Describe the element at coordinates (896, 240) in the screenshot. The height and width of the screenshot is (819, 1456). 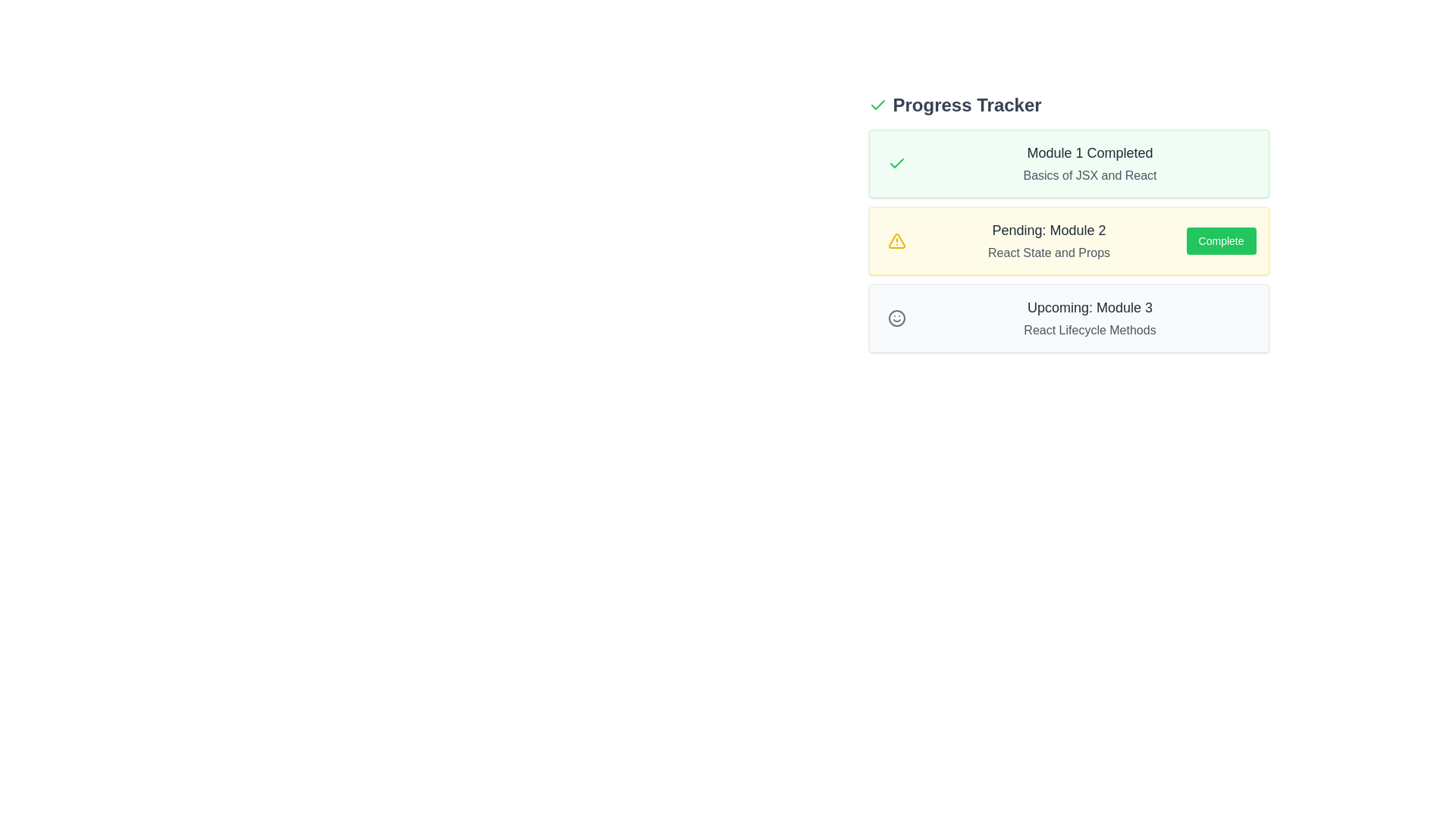
I see `the yellow warning icon in the shape of a triangle with an exclamation mark, located to the left of the text 'Pending: Module 2' in the pending task section` at that location.